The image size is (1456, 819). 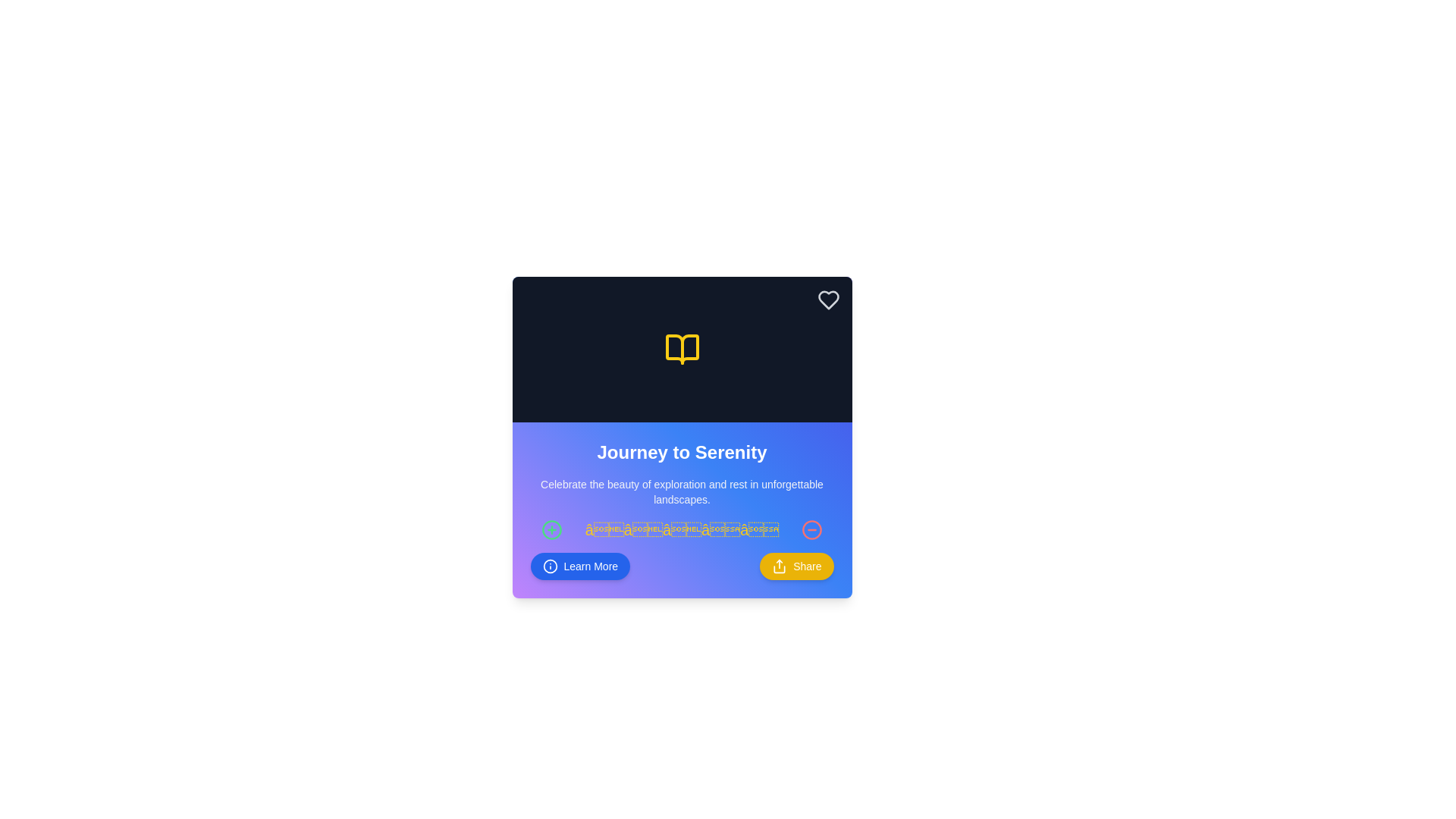 I want to click on the blue button containing the 'Learn More' text label, which is positioned to the right of the information icon, so click(x=590, y=566).